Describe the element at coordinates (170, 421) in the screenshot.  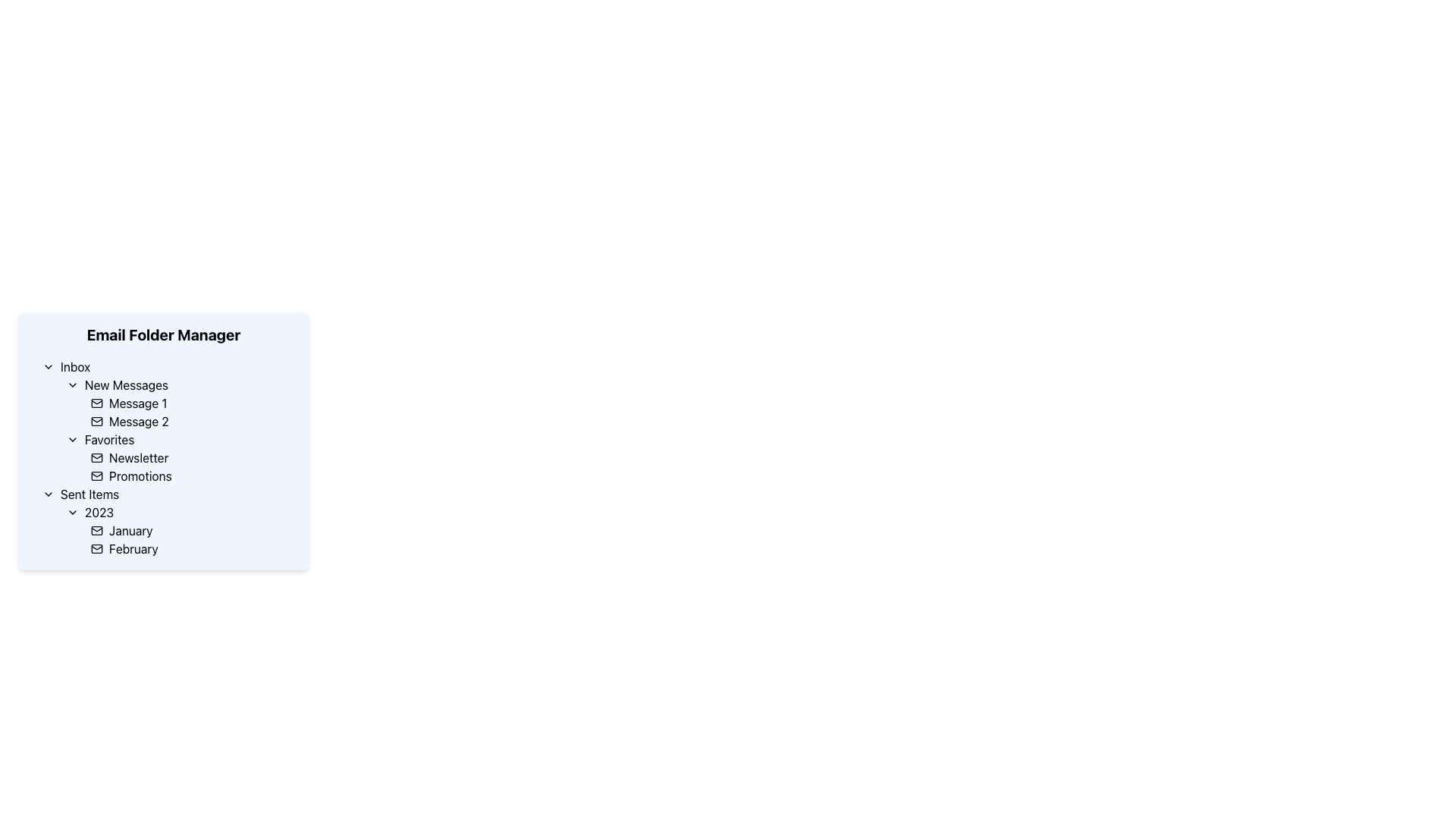
I see `the List Item representing 'Message 2' in the 'New Messages' category of the 'Inbox'` at that location.